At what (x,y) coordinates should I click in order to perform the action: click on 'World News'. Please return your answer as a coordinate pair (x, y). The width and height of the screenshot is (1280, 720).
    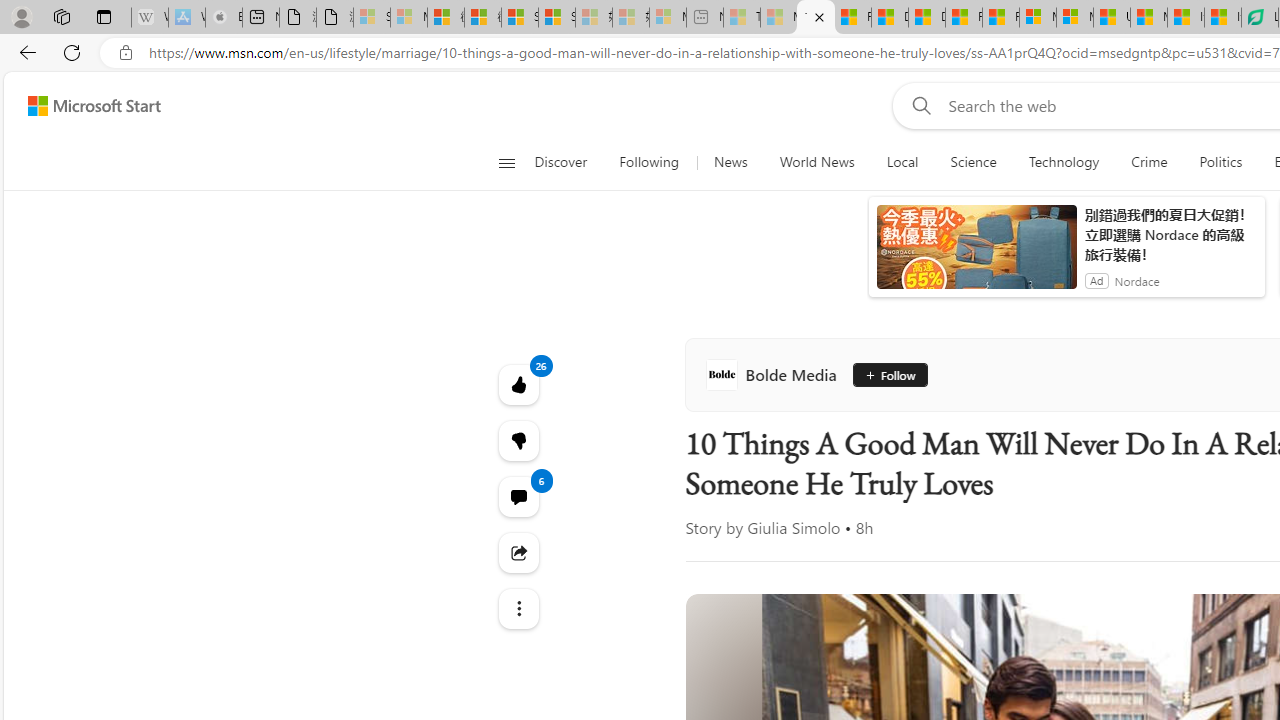
    Looking at the image, I should click on (817, 162).